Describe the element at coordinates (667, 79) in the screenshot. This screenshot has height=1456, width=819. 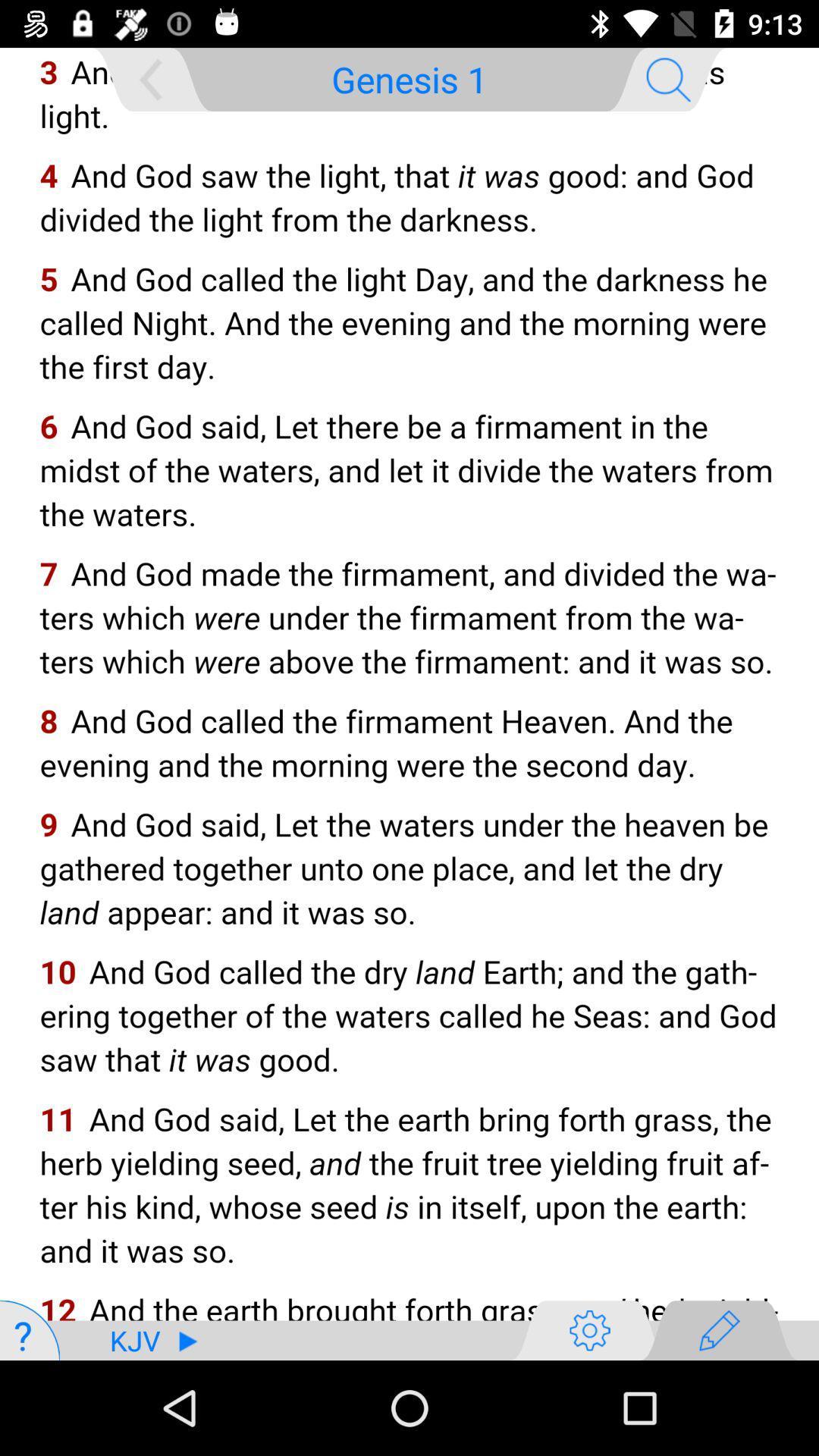
I see `the search icon` at that location.